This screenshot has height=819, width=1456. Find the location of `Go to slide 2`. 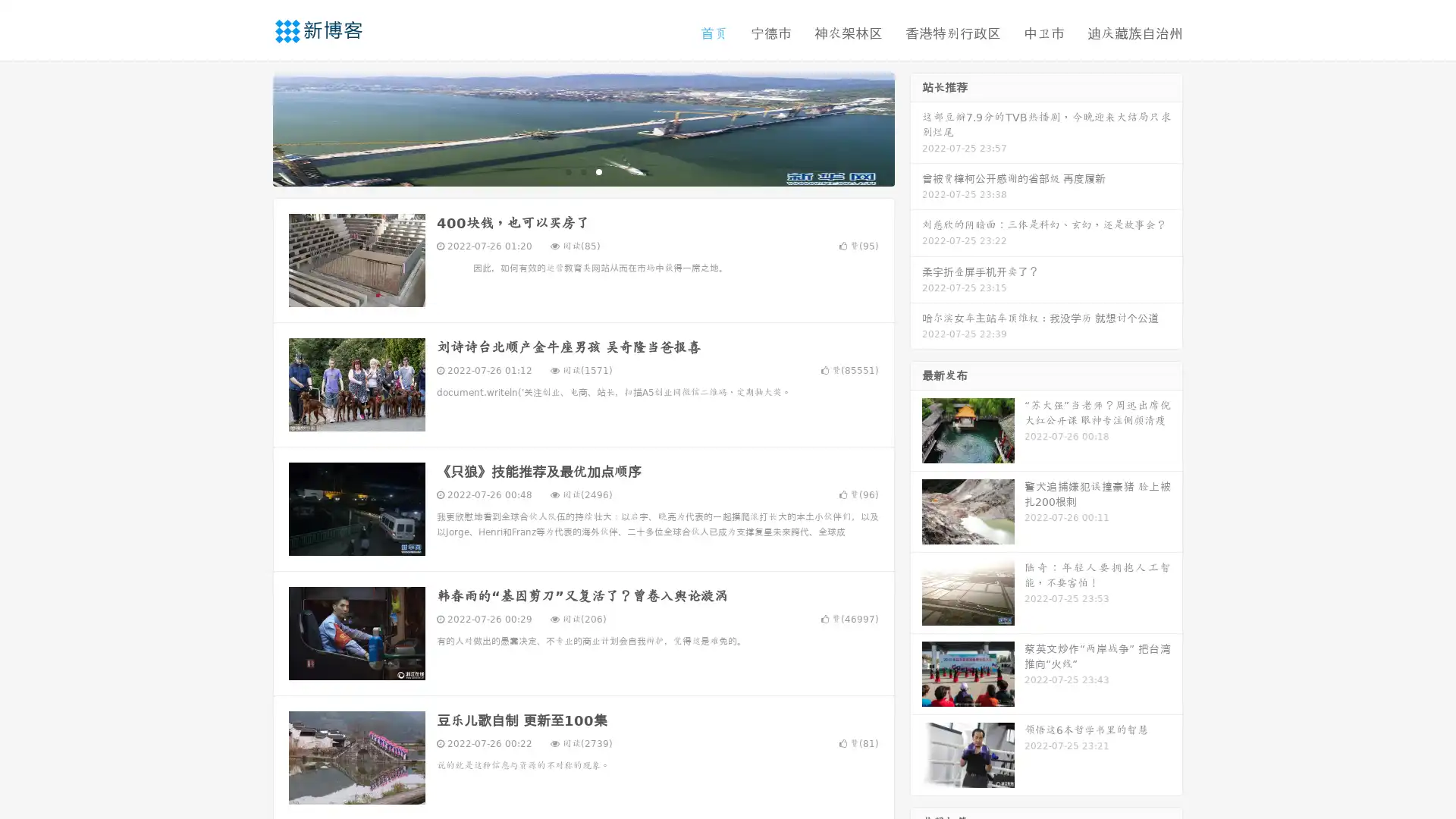

Go to slide 2 is located at coordinates (582, 171).